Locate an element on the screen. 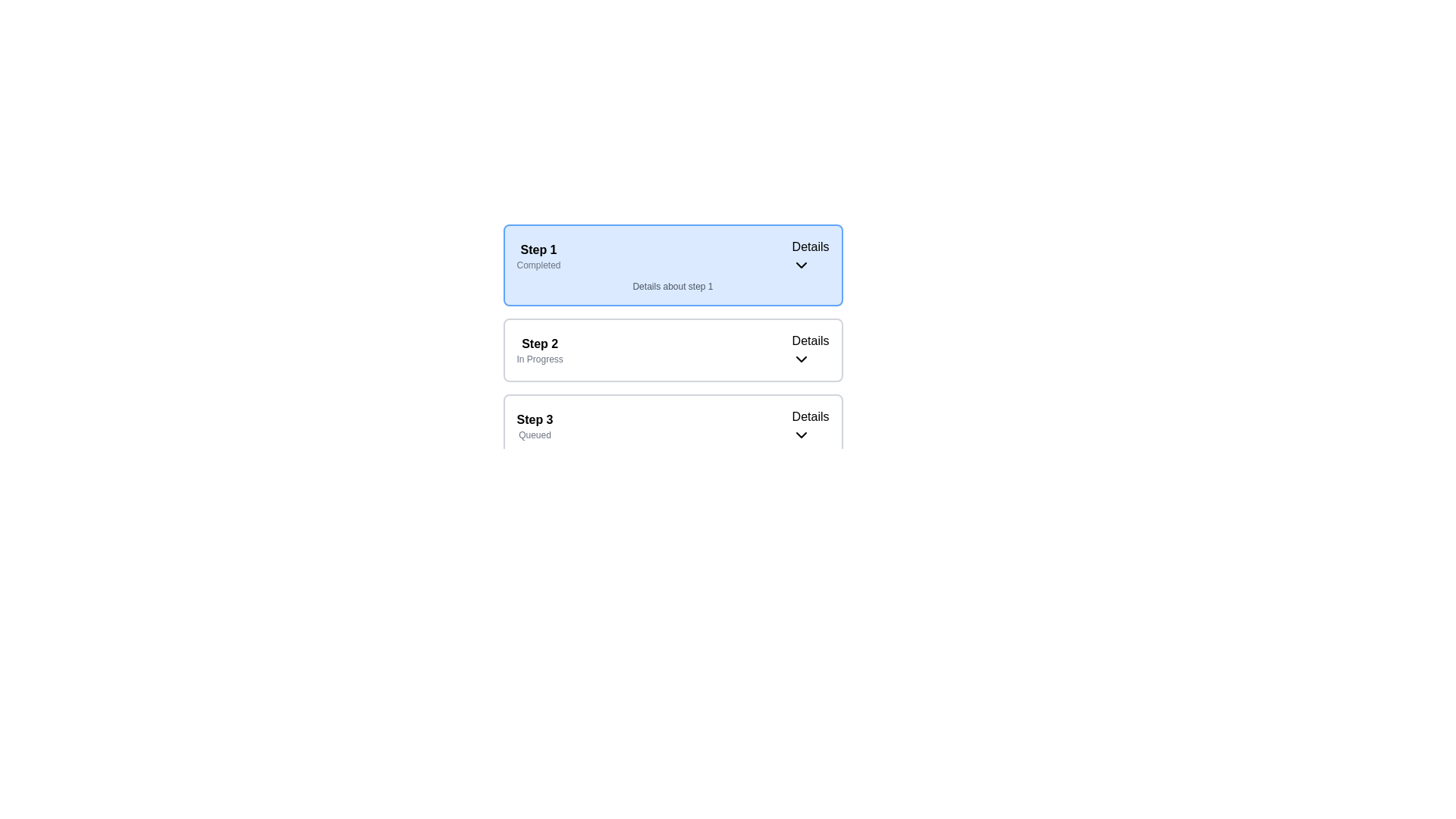 The height and width of the screenshot is (819, 1456). the informational text display related to 'Step 1', which is positioned below the 'Step 1' and 'Completed' labels, and above the 'Step 2' section is located at coordinates (672, 287).